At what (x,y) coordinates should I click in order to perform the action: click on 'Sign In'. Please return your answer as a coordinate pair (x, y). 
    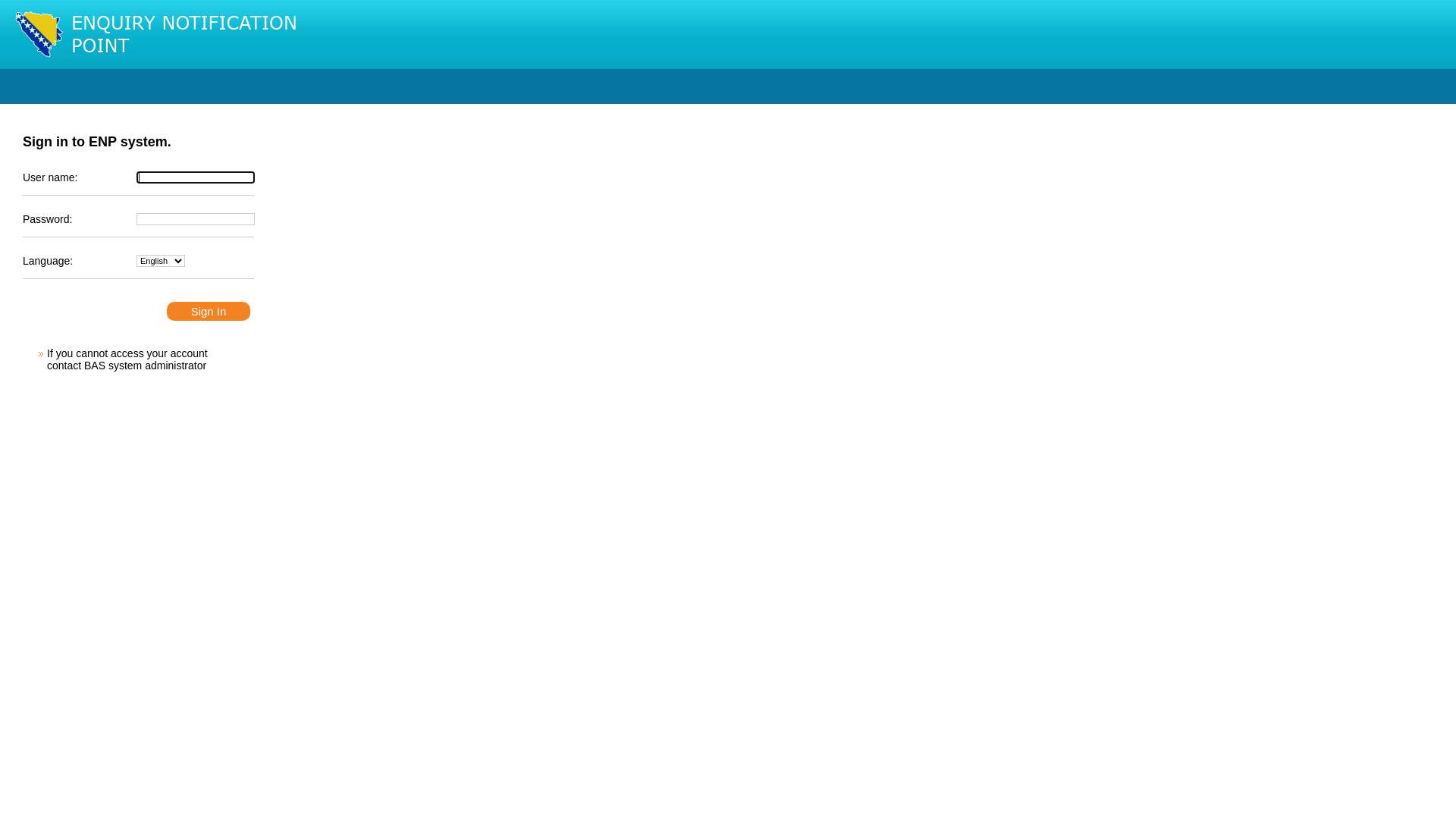
    Looking at the image, I should click on (207, 310).